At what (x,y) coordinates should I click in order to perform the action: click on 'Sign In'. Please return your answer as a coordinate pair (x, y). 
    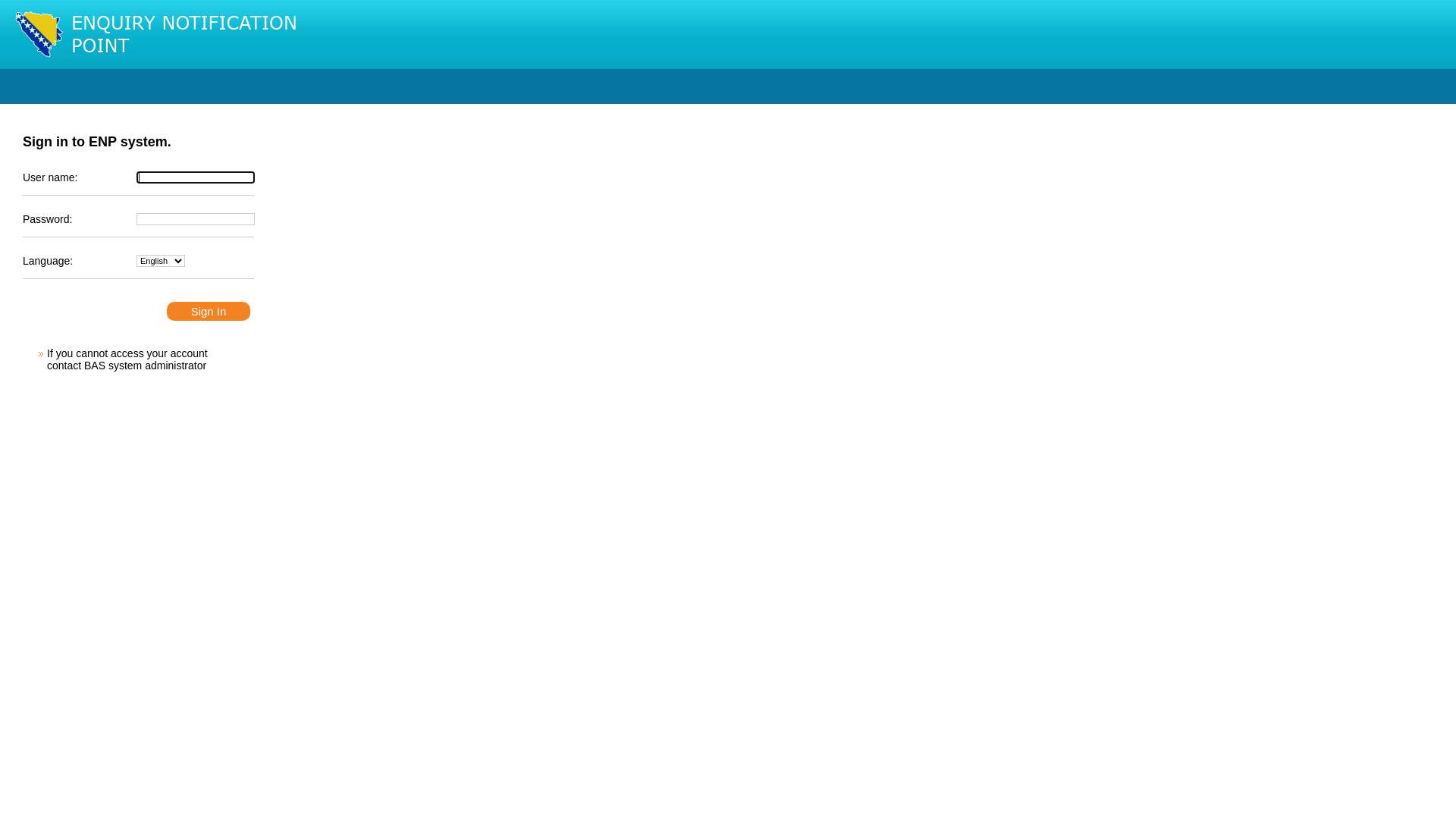
    Looking at the image, I should click on (207, 310).